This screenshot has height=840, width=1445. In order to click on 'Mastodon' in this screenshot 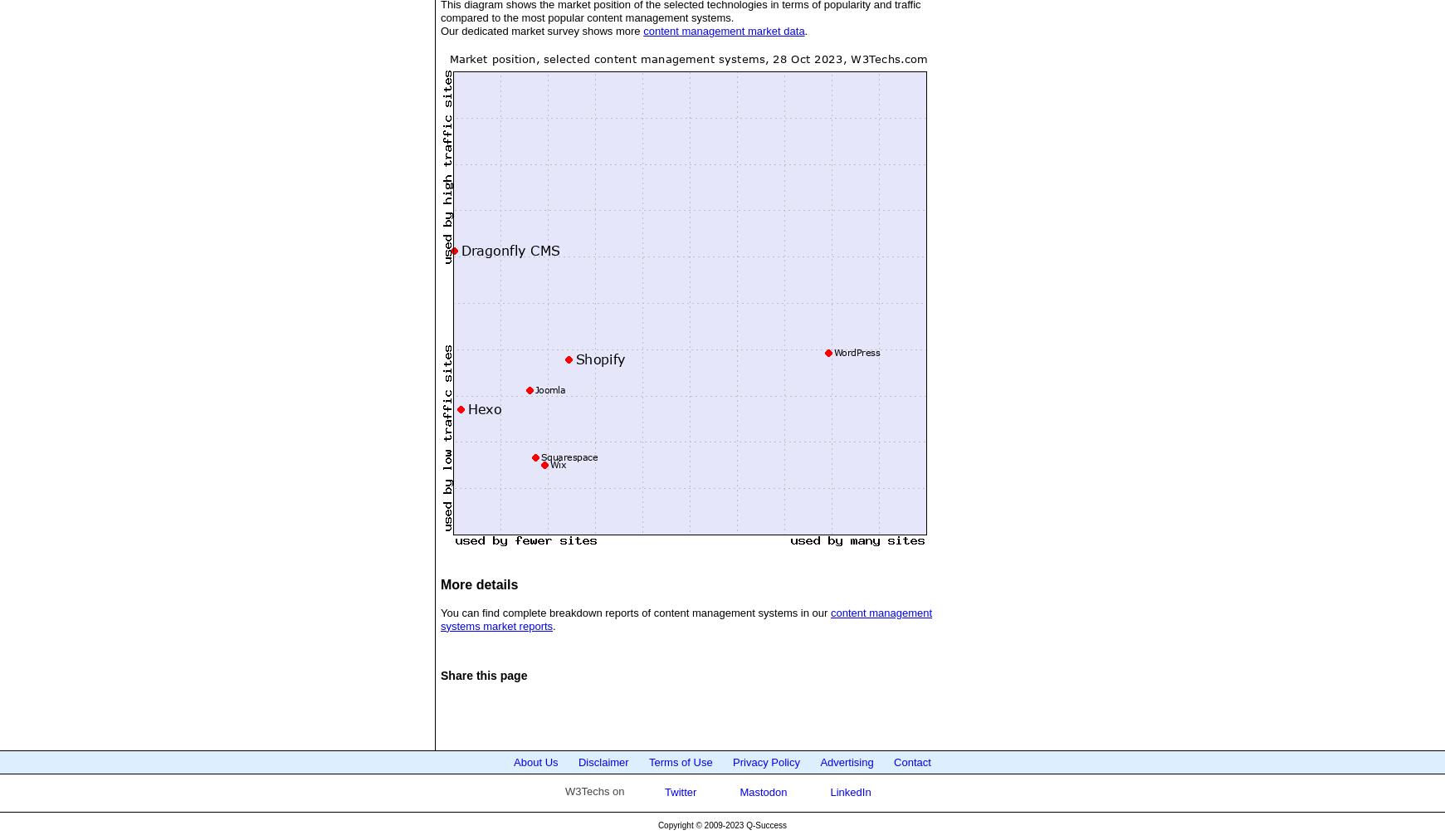, I will do `click(761, 791)`.